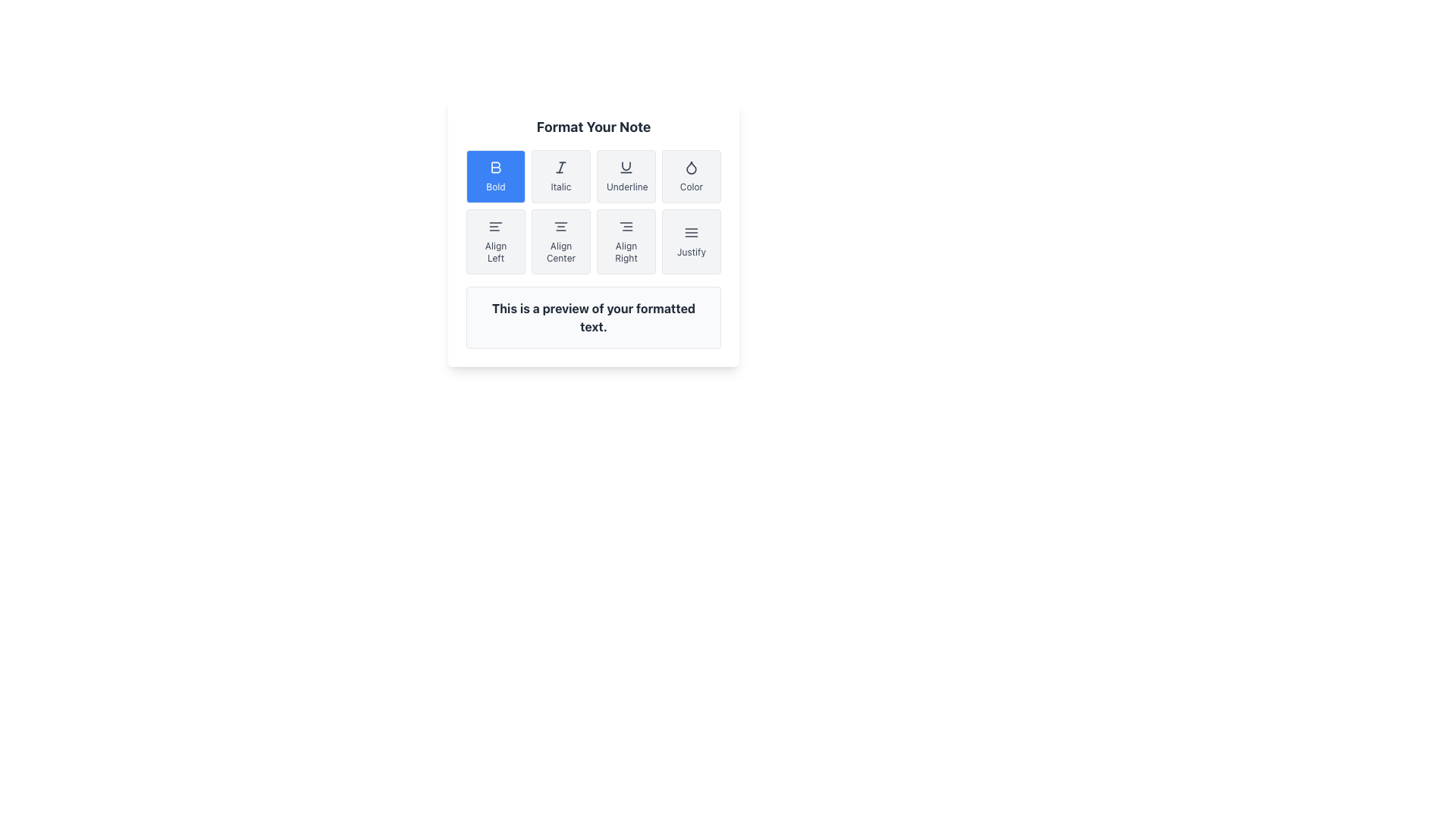  Describe the element at coordinates (691, 167) in the screenshot. I see `the water droplet icon inside the 'Color' button located at the top right of the format options grid` at that location.